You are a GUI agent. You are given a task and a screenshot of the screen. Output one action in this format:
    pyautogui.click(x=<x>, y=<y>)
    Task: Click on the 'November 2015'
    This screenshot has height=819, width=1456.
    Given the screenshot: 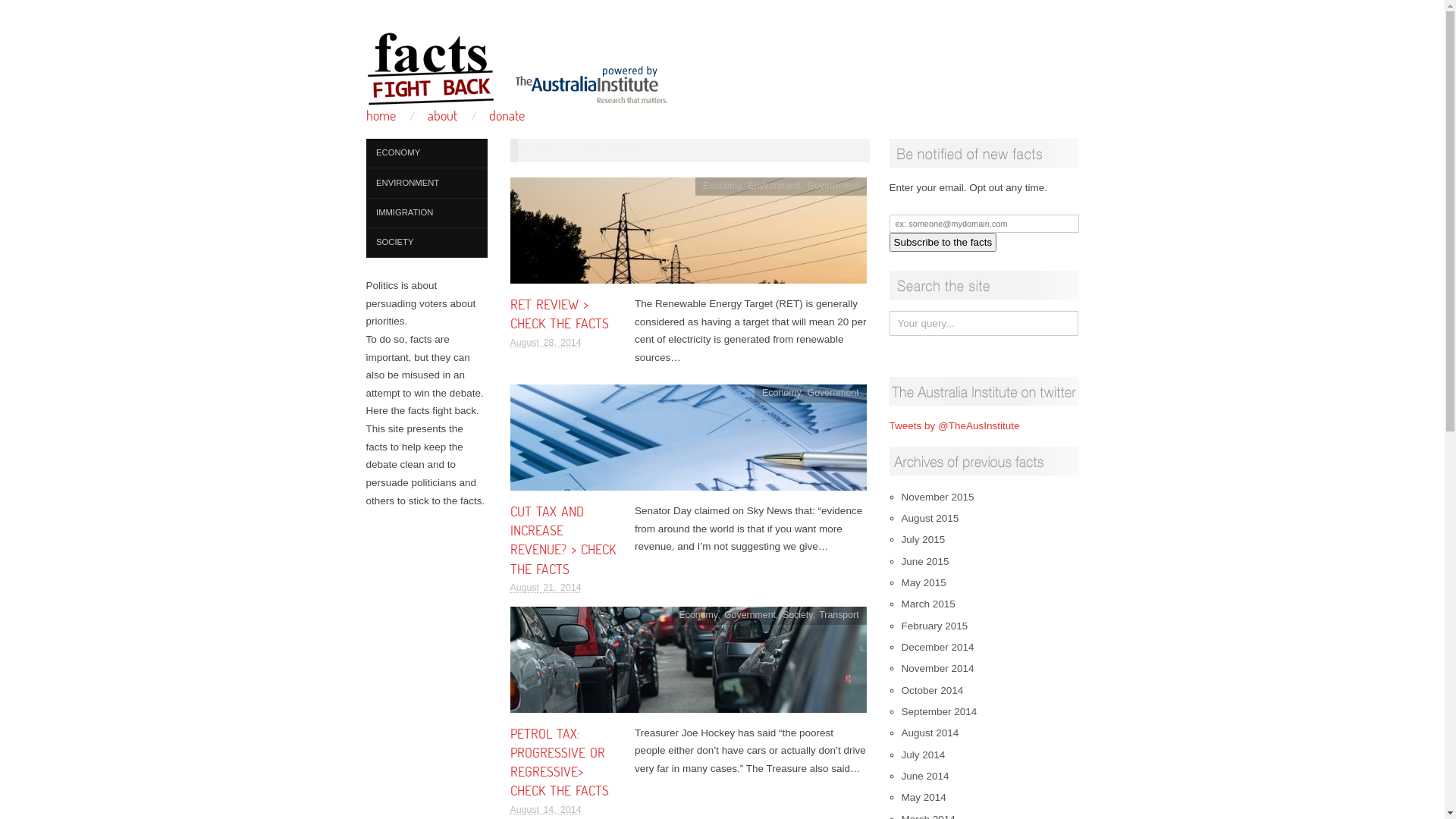 What is the action you would take?
    pyautogui.click(x=937, y=497)
    